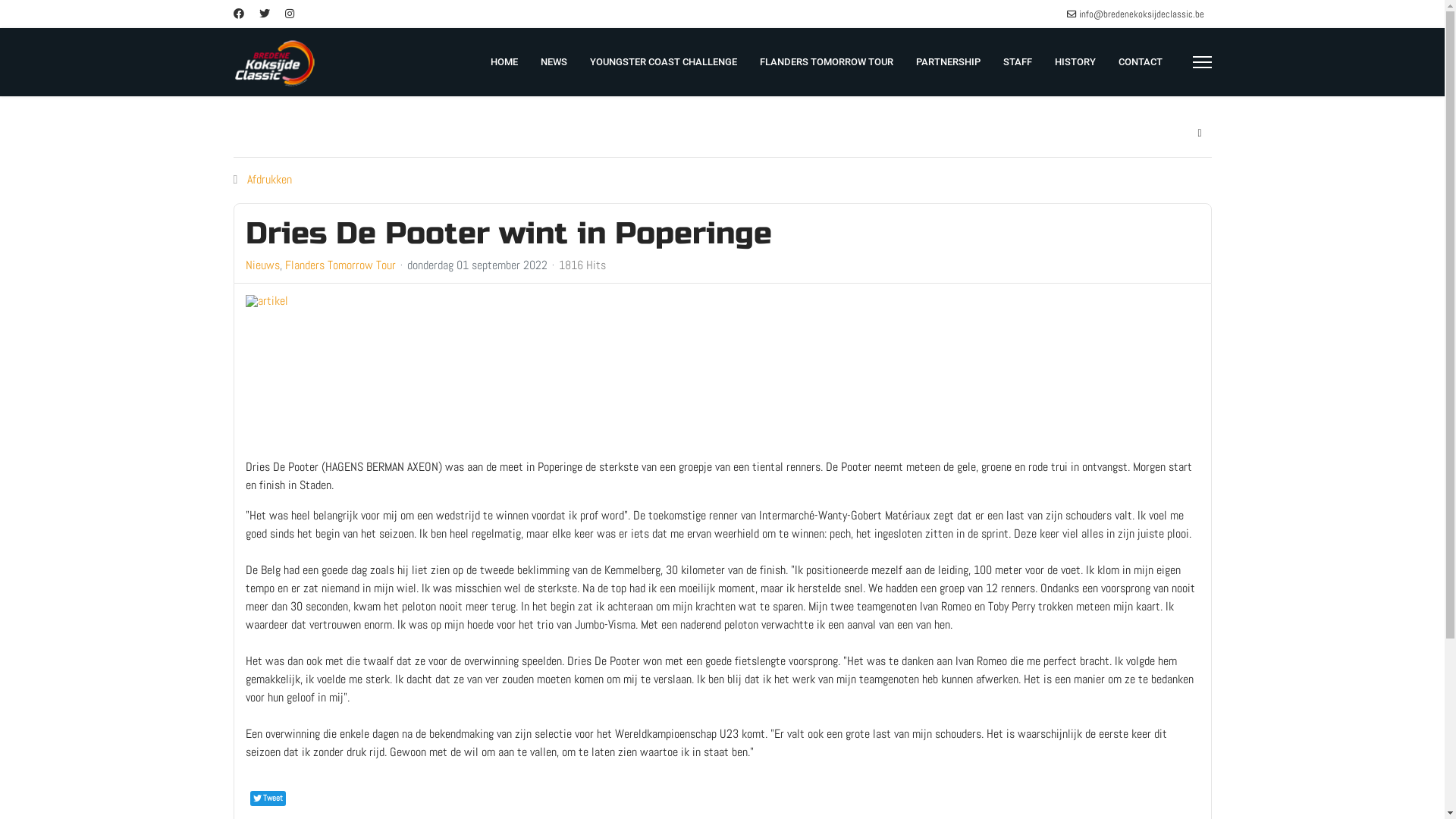 The image size is (1456, 819). Describe the element at coordinates (1018, 61) in the screenshot. I see `'STAFF'` at that location.